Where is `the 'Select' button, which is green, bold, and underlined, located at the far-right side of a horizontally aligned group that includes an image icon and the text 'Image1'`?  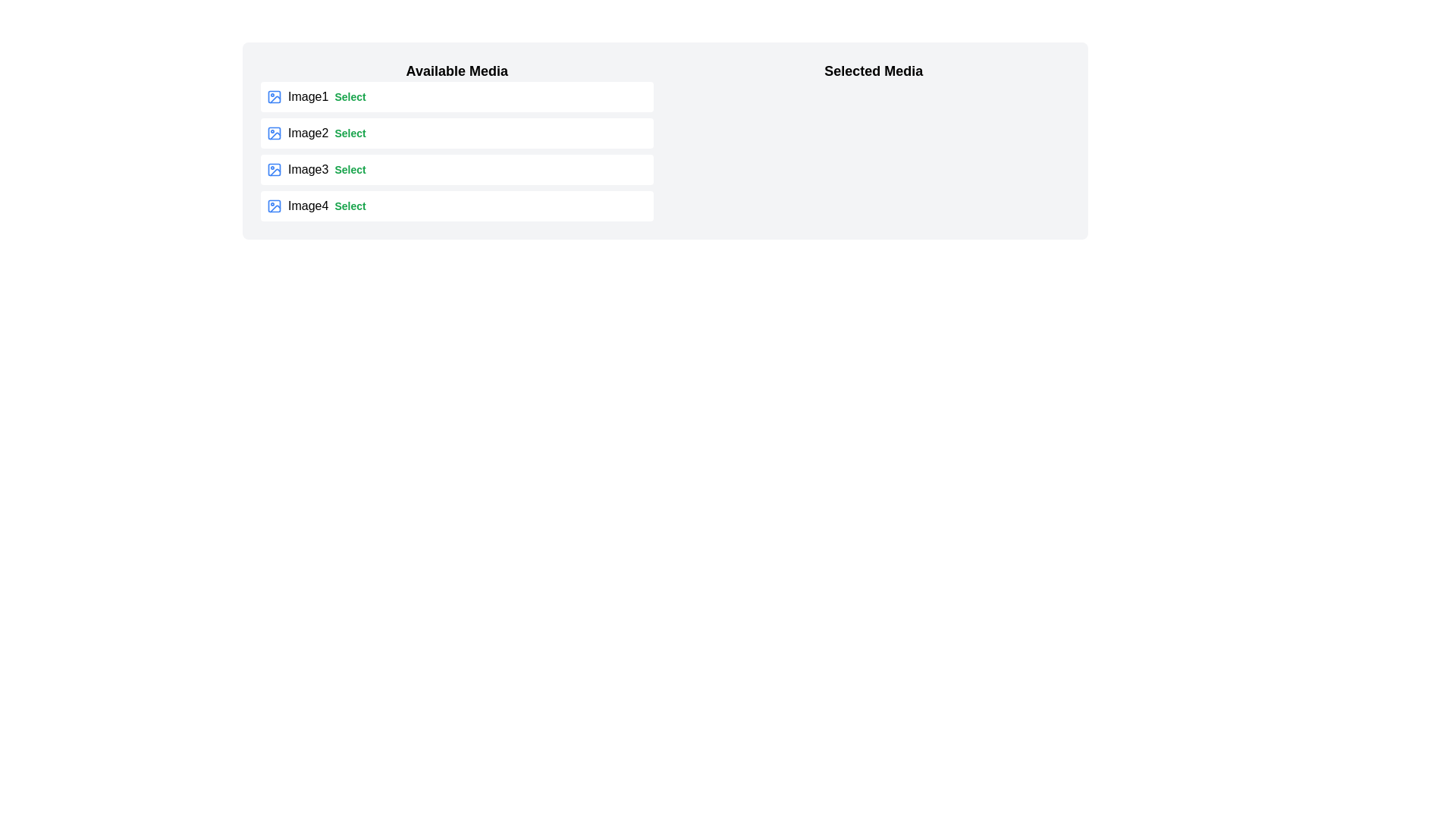 the 'Select' button, which is green, bold, and underlined, located at the far-right side of a horizontally aligned group that includes an image icon and the text 'Image1' is located at coordinates (349, 96).